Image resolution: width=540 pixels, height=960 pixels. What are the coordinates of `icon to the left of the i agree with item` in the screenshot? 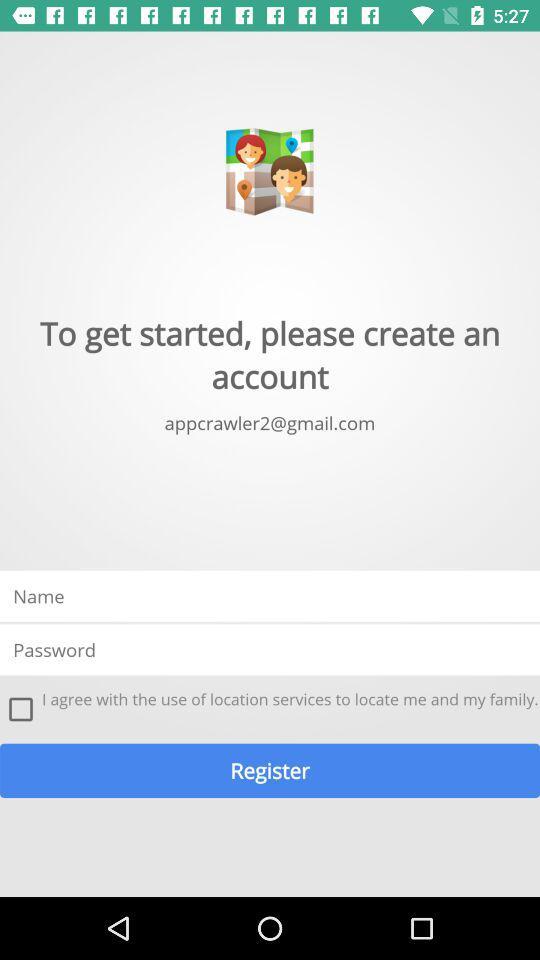 It's located at (20, 709).